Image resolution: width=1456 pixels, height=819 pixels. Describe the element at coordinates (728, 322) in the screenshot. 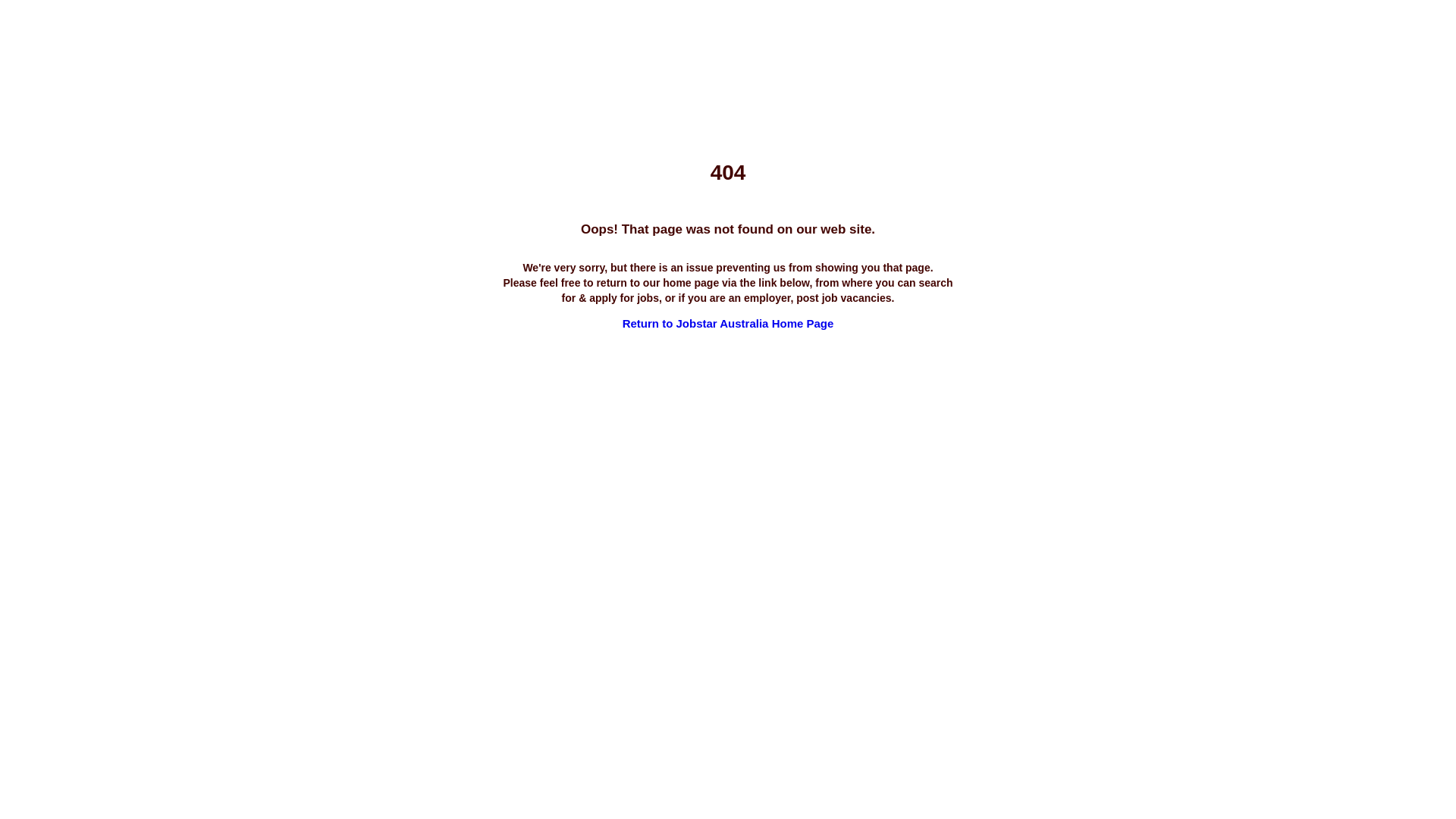

I see `'Return to Jobstar Australia Home Page'` at that location.